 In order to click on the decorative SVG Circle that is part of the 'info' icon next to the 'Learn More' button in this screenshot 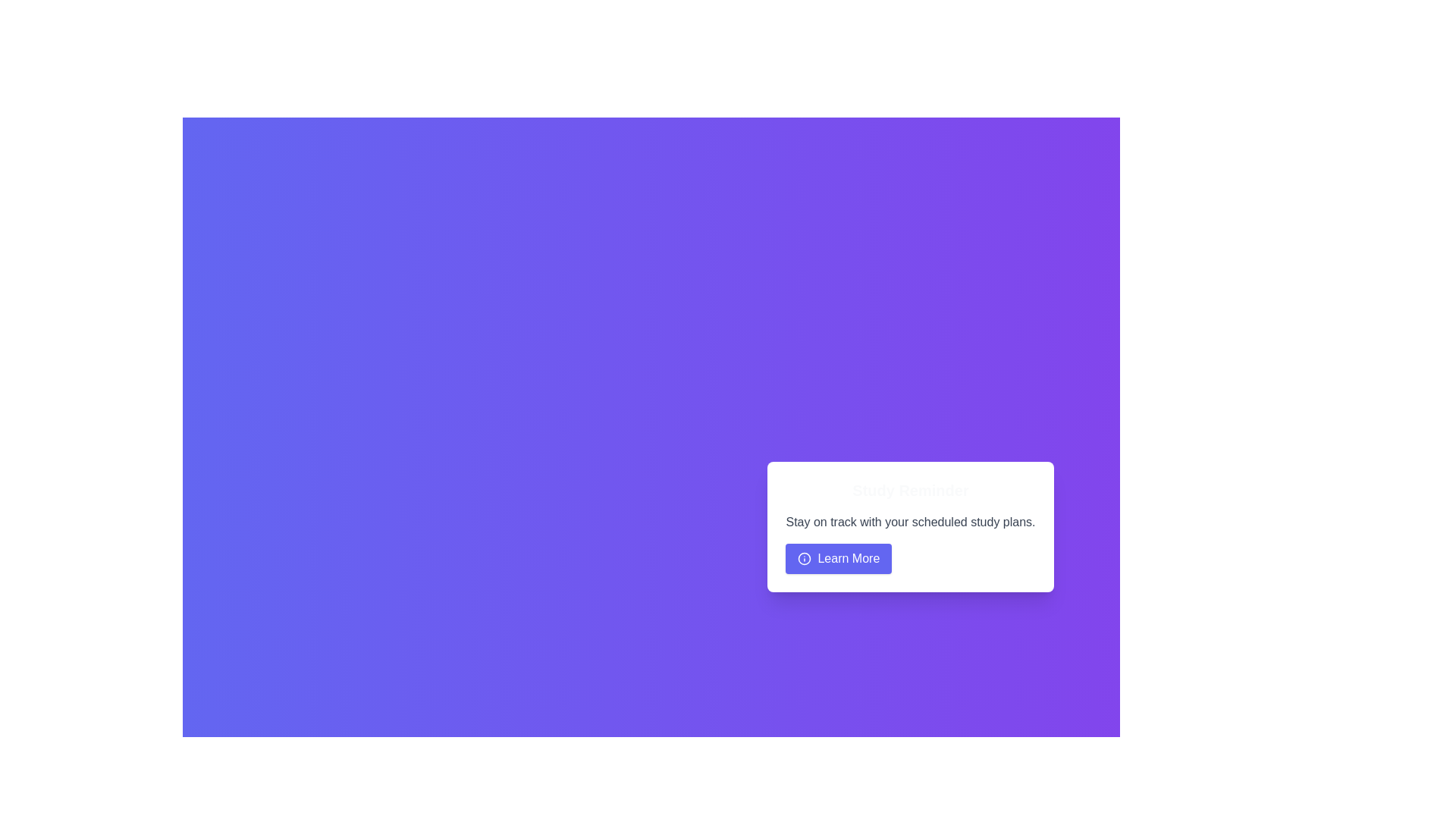, I will do `click(804, 558)`.